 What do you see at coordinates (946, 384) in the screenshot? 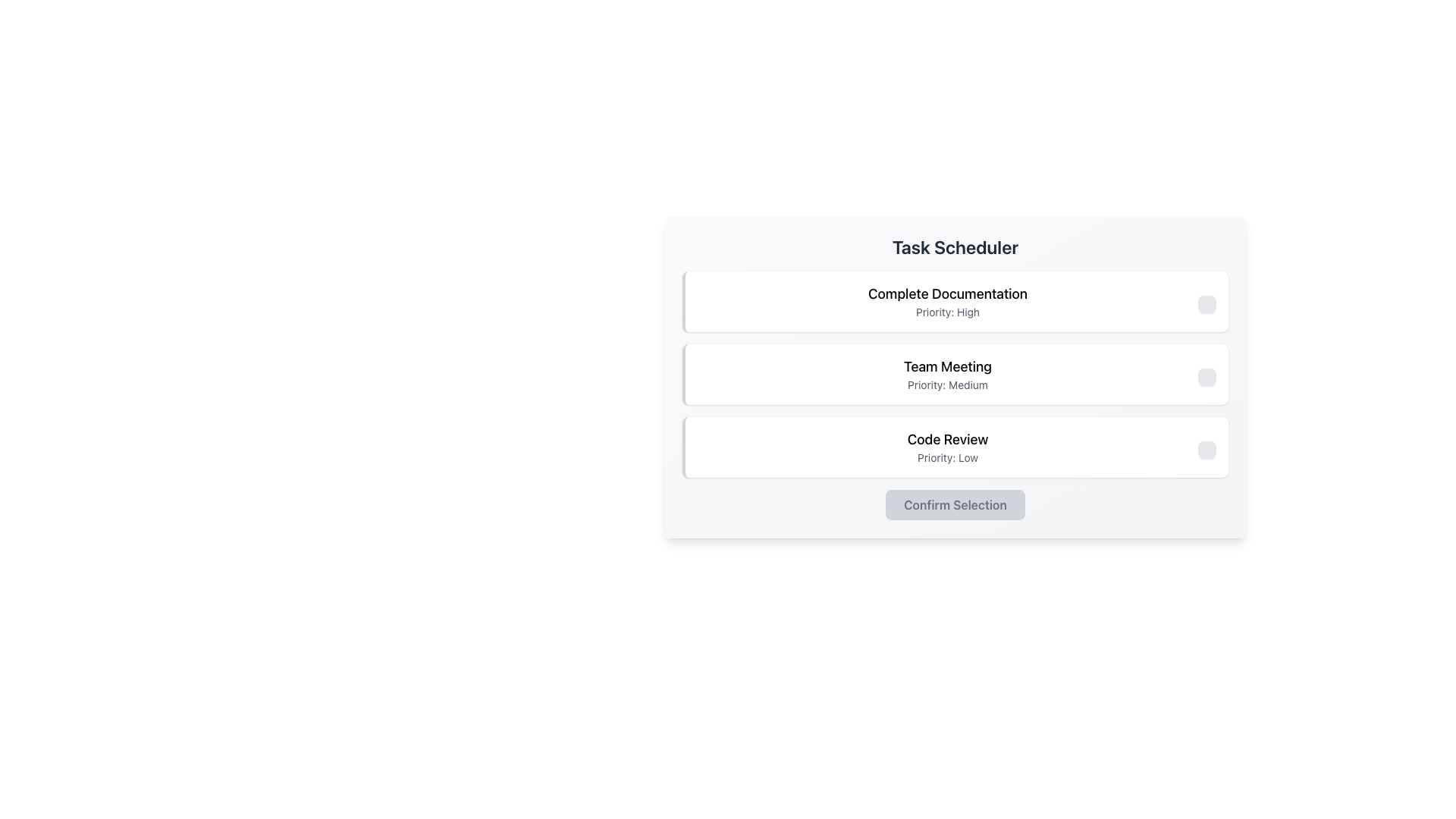
I see `the Text label indicating the priority level of 'Team Meeting', located in the second section of the task list` at bounding box center [946, 384].